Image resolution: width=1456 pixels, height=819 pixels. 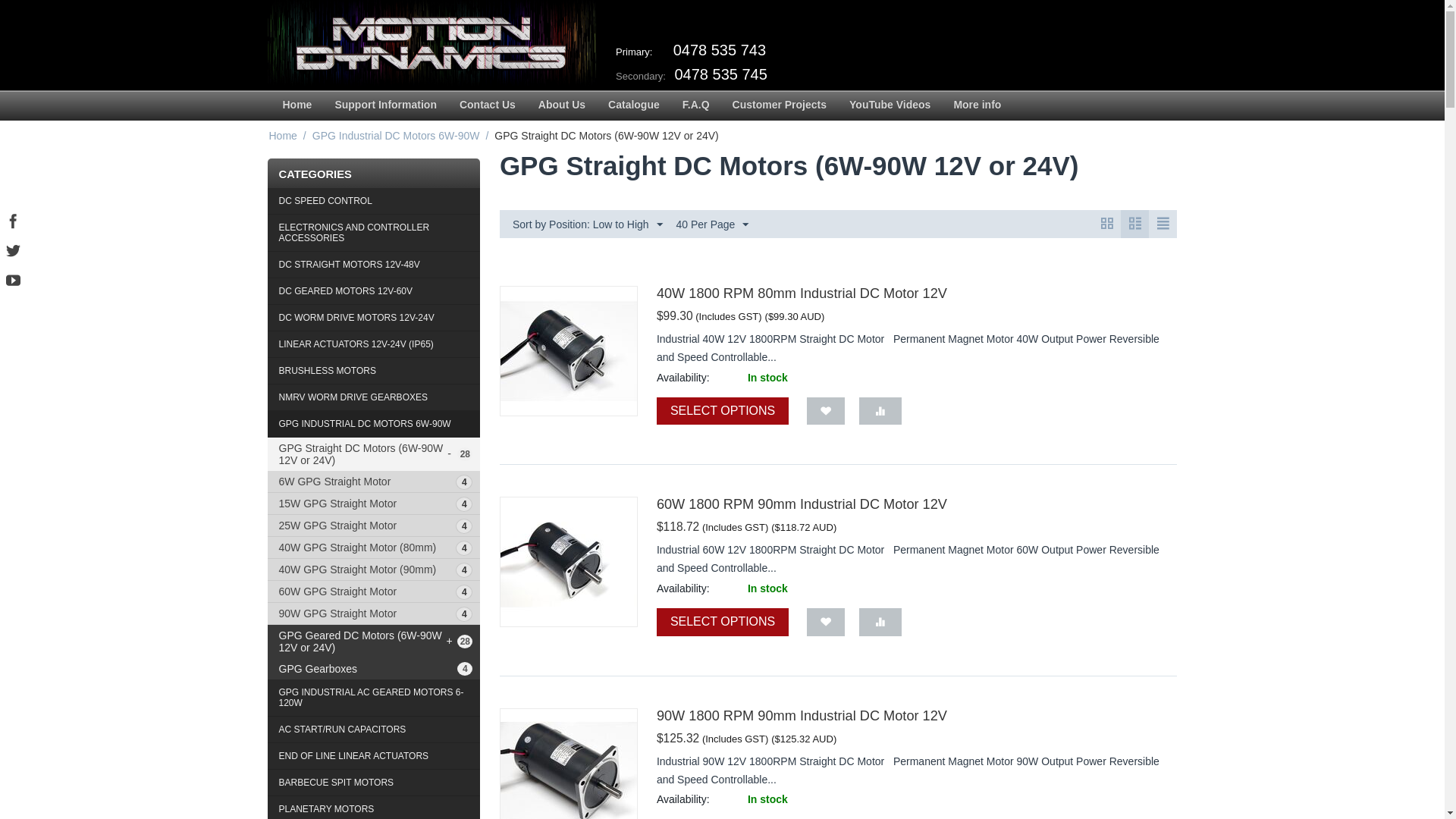 I want to click on 'Home', so click(x=266, y=134).